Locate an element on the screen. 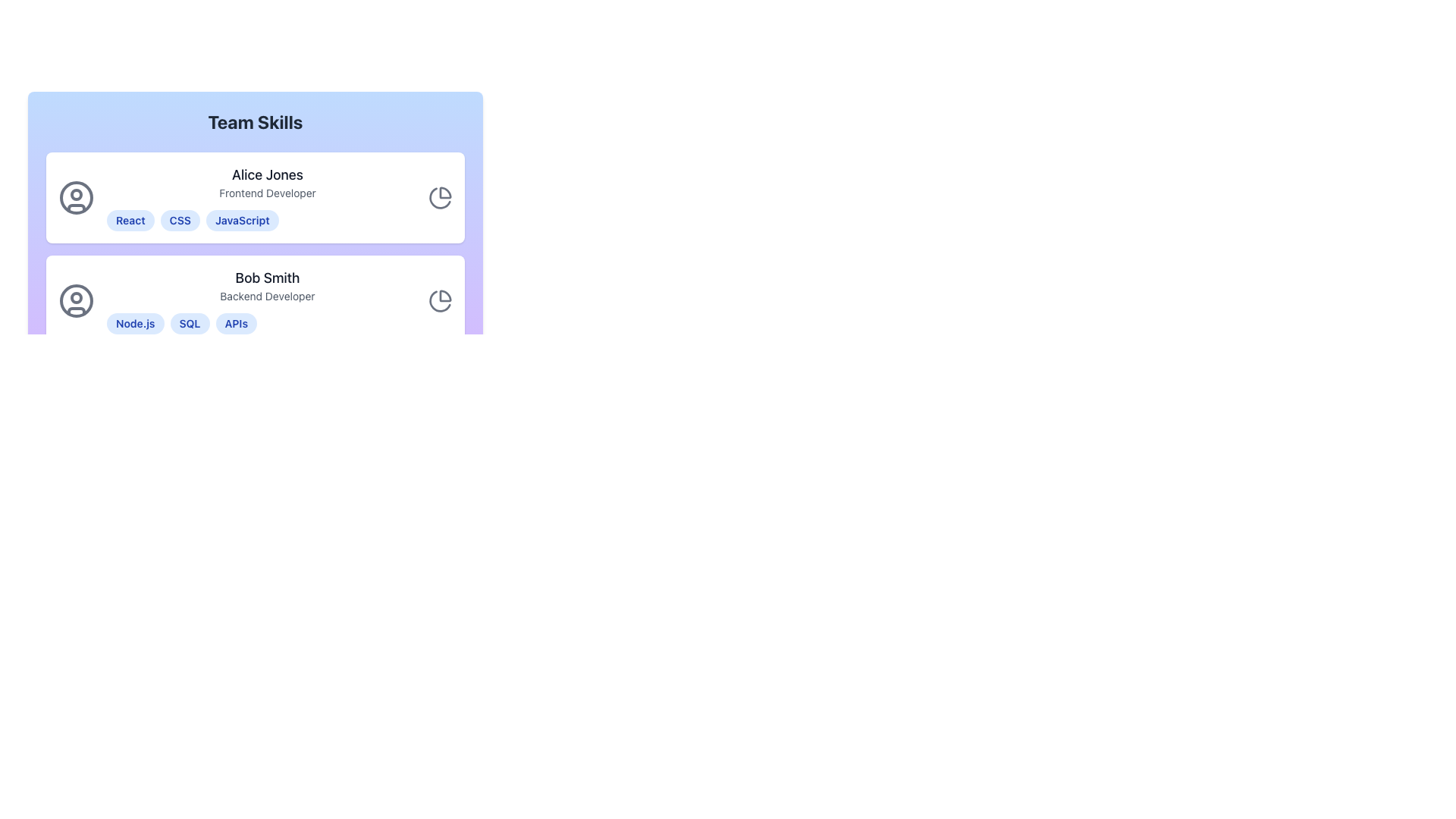 Image resolution: width=1456 pixels, height=819 pixels. the 'React' badge, which is a small, rounded rectangular badge with a light blue background and bold blue text is located at coordinates (130, 220).